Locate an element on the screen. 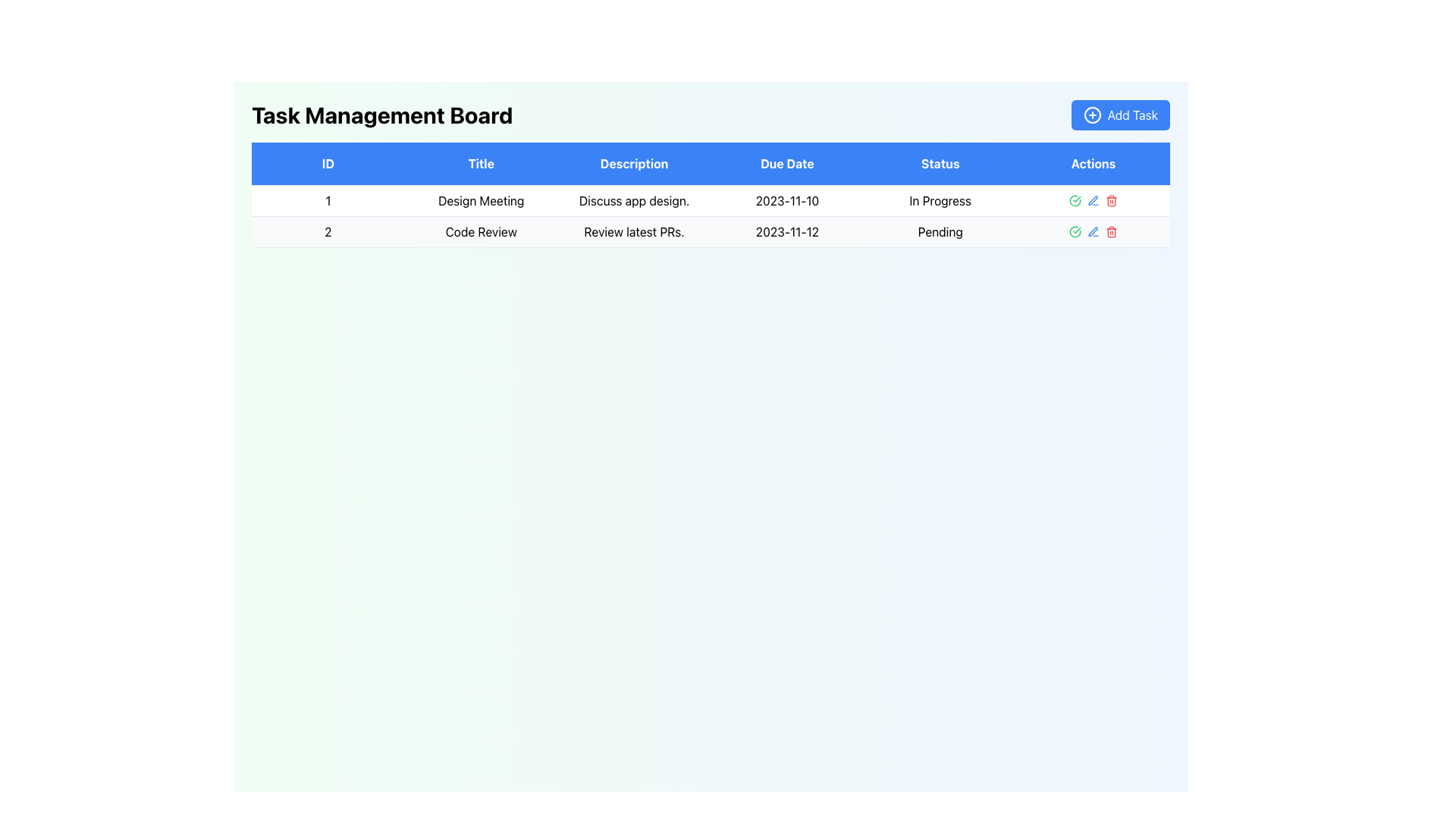  the 'Due Date' label, which is the fourth column header in the task management table, displaying the text in bold white font inside a blue rectangular area is located at coordinates (787, 164).